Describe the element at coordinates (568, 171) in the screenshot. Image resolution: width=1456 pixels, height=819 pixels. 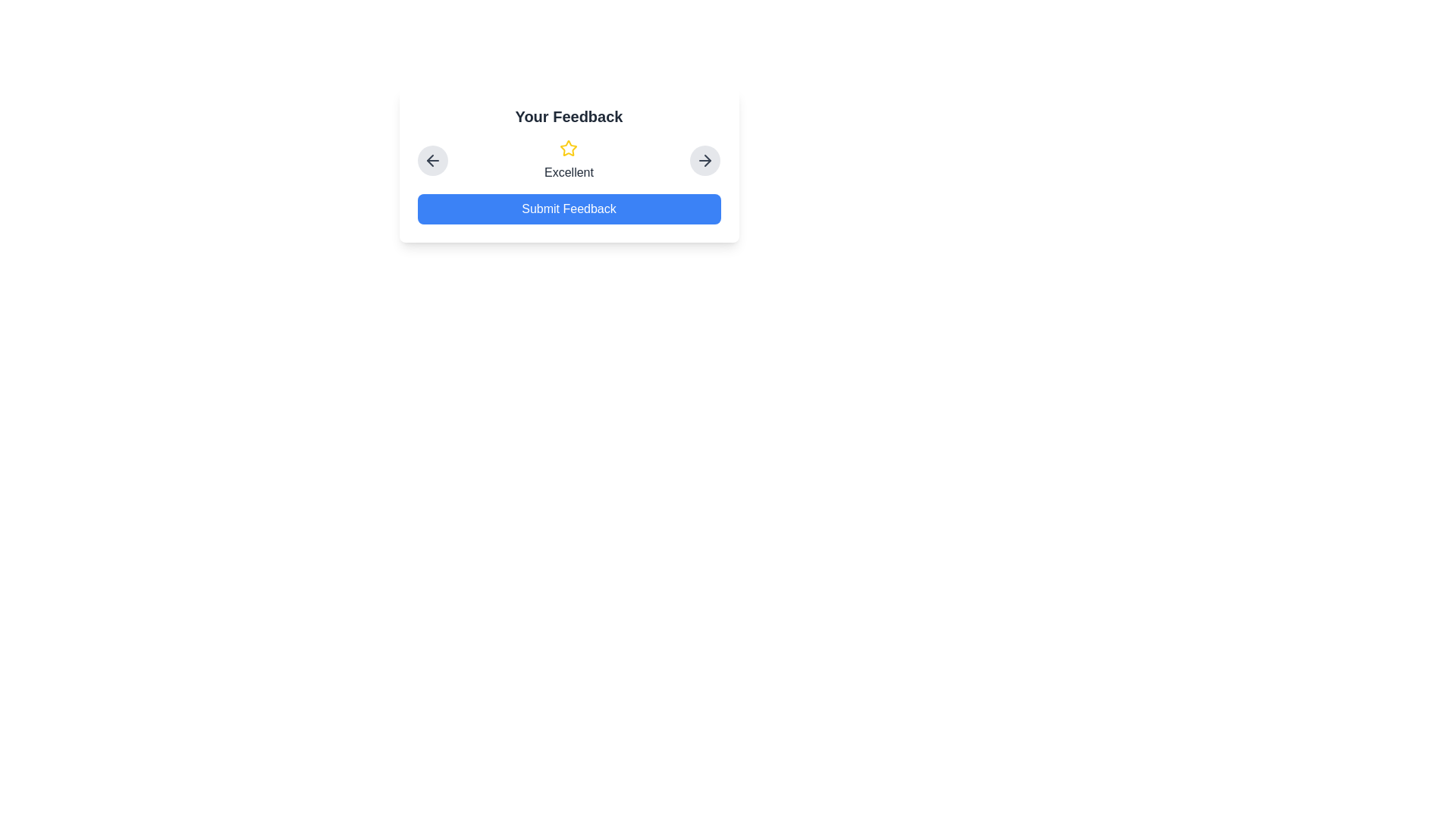
I see `the text label displaying the word 'Excellent', which is positioned below a star icon and above a blue 'Submit Feedback' button` at that location.